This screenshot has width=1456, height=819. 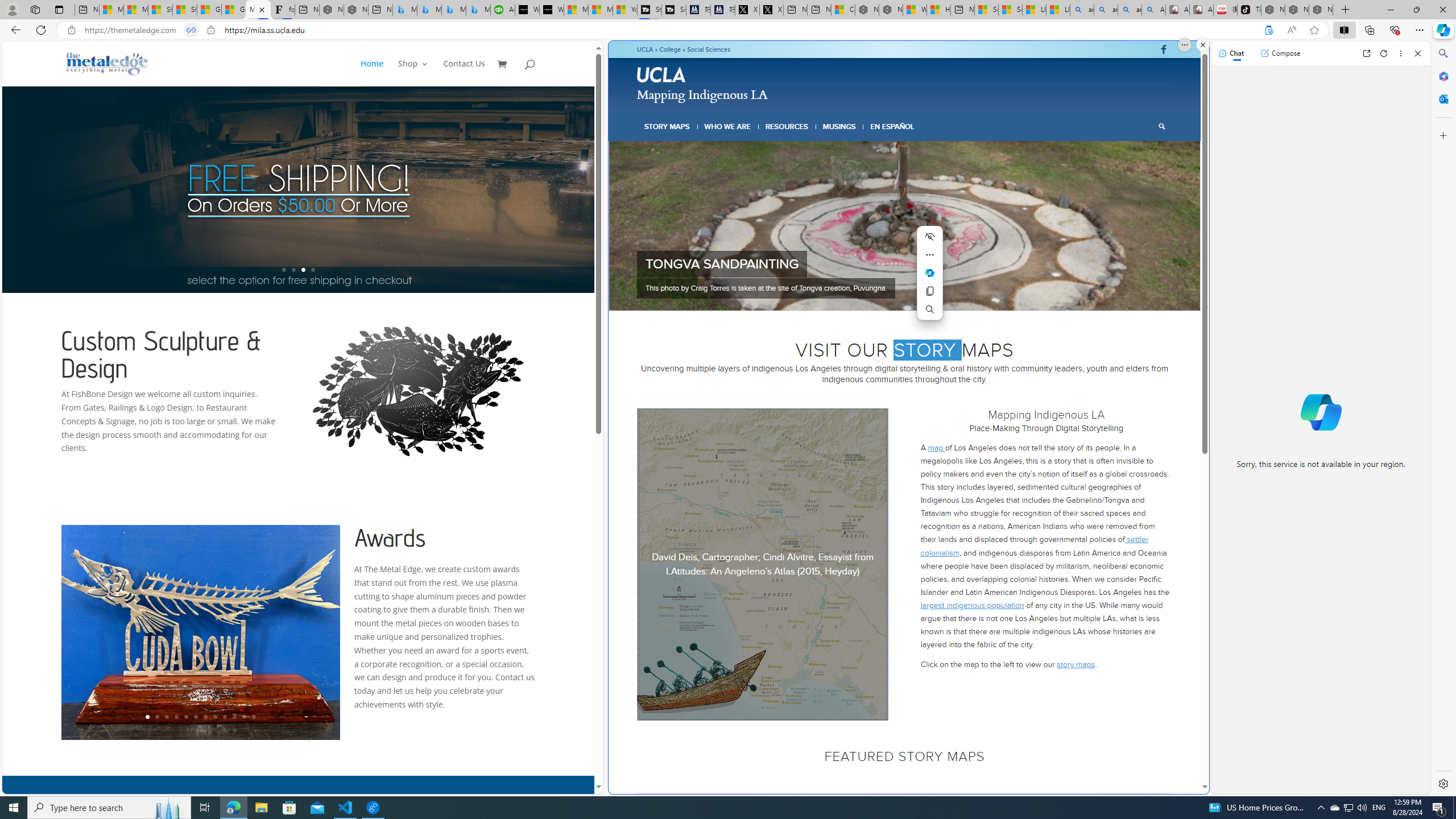 What do you see at coordinates (464, 72) in the screenshot?
I see `'Contact Us'` at bounding box center [464, 72].